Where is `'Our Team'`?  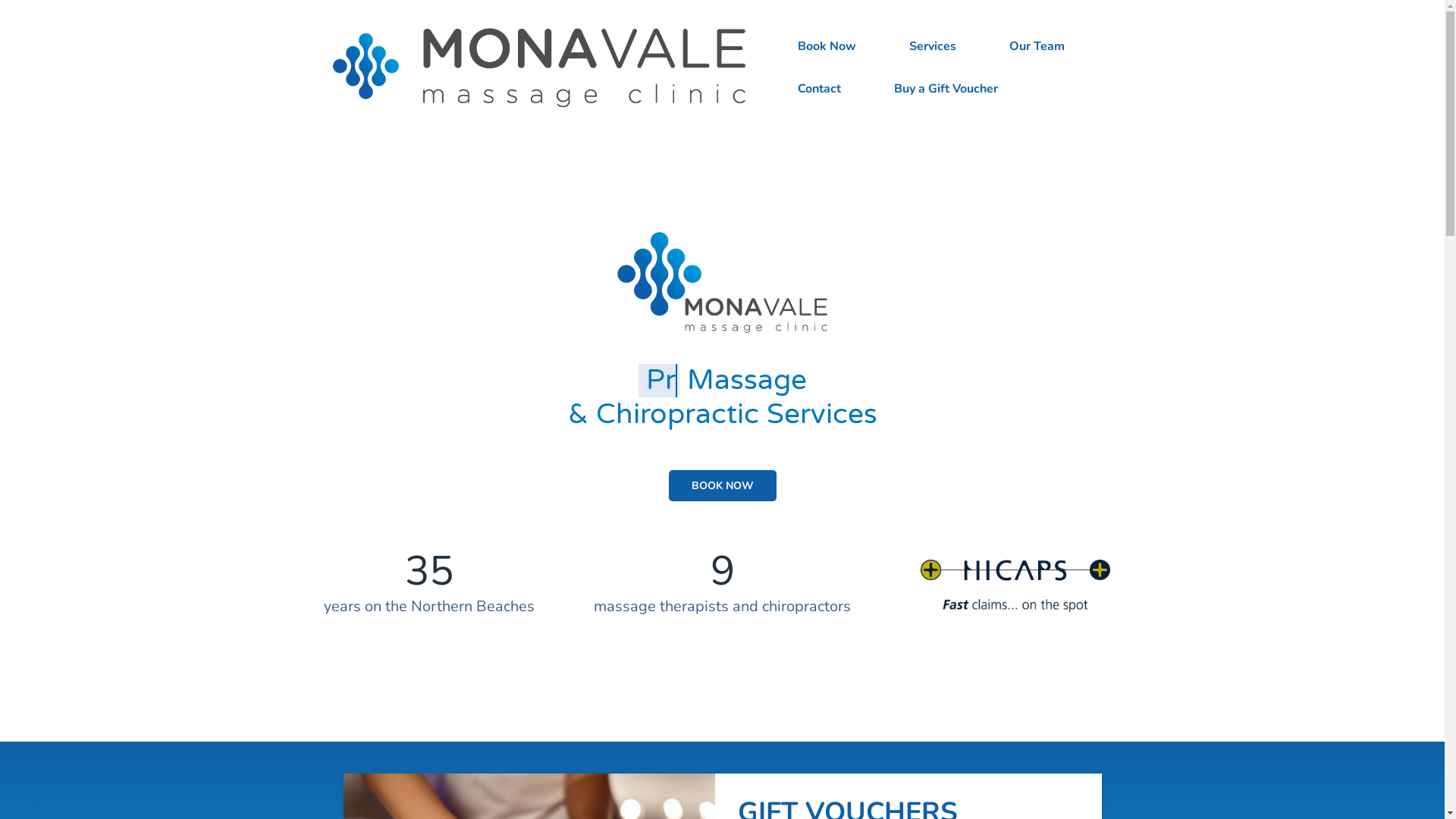 'Our Team' is located at coordinates (1036, 45).